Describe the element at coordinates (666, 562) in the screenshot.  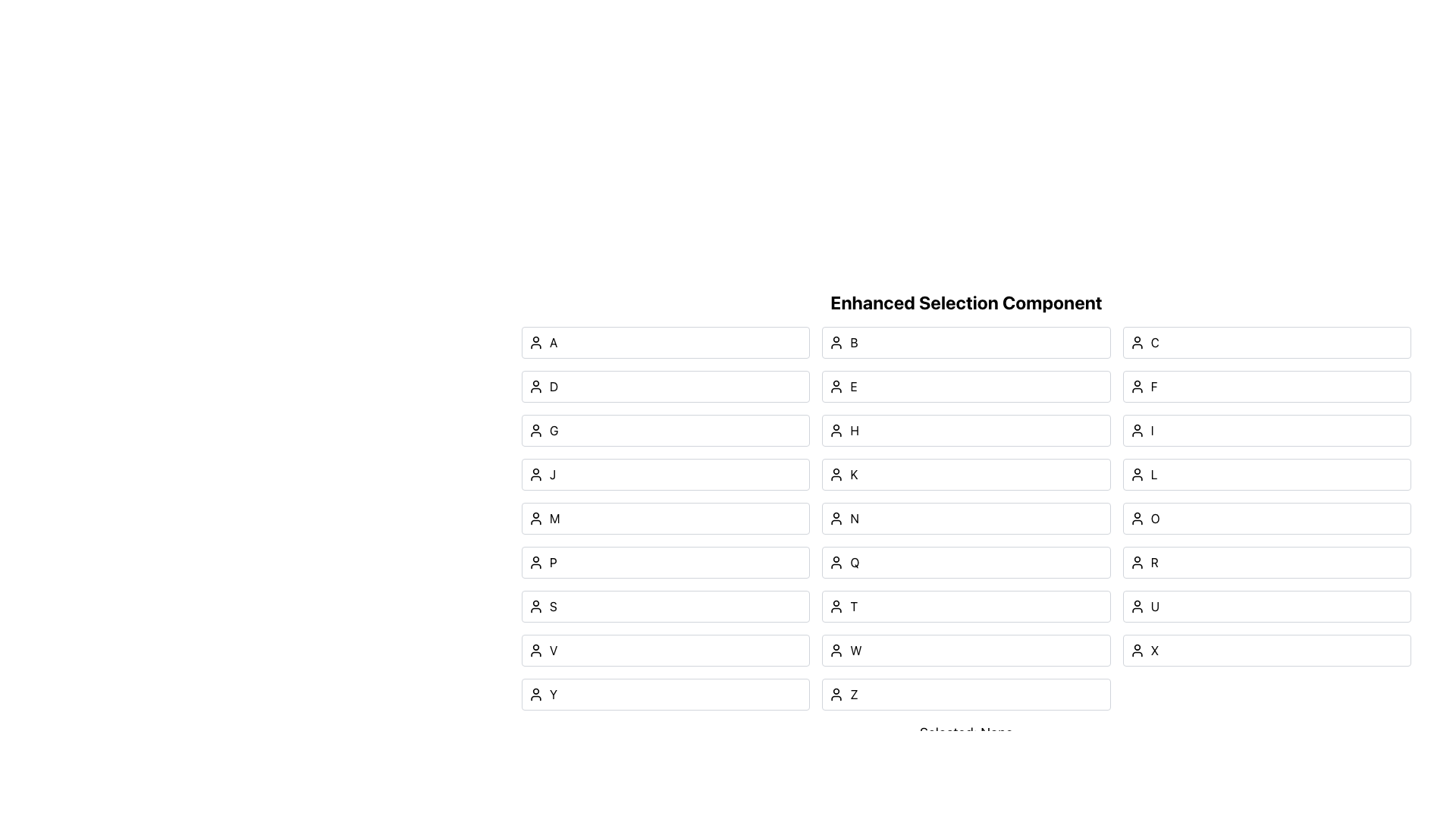
I see `the button labeled 'P' which is located in the 6th row and 1st column of the grid layout` at that location.